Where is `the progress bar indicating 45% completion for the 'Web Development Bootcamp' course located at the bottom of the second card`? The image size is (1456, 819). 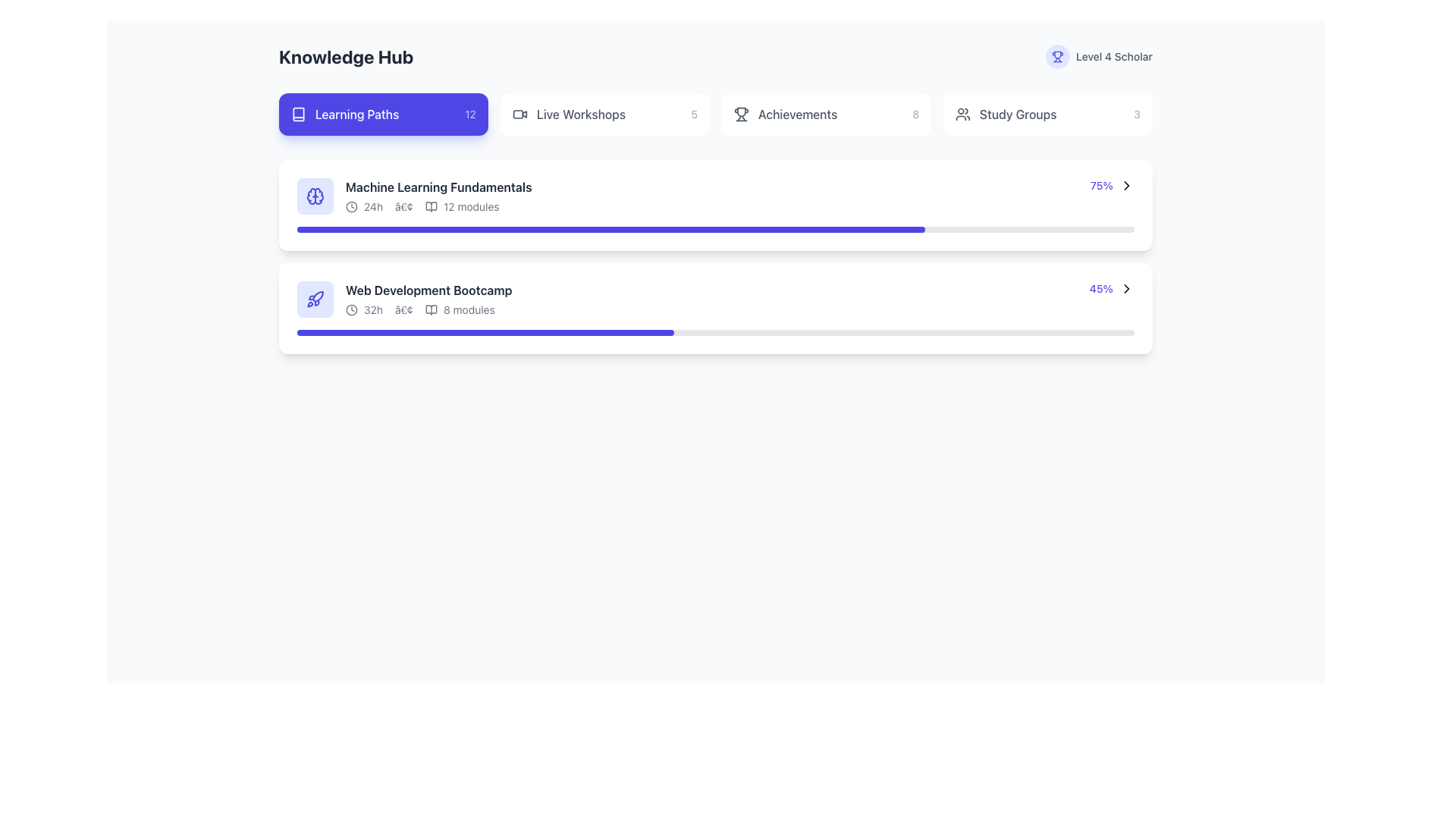
the progress bar indicating 45% completion for the 'Web Development Bootcamp' course located at the bottom of the second card is located at coordinates (485, 332).